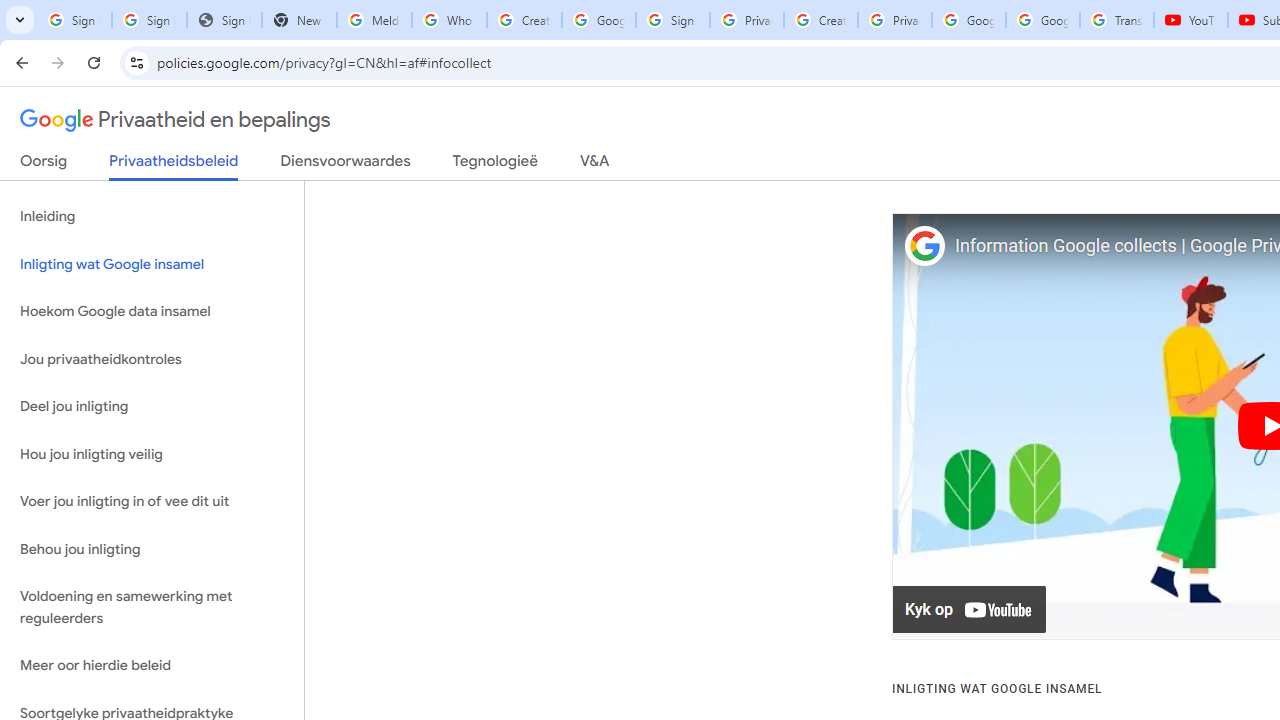 The image size is (1280, 720). What do you see at coordinates (151, 454) in the screenshot?
I see `'Hou jou inligting veilig'` at bounding box center [151, 454].